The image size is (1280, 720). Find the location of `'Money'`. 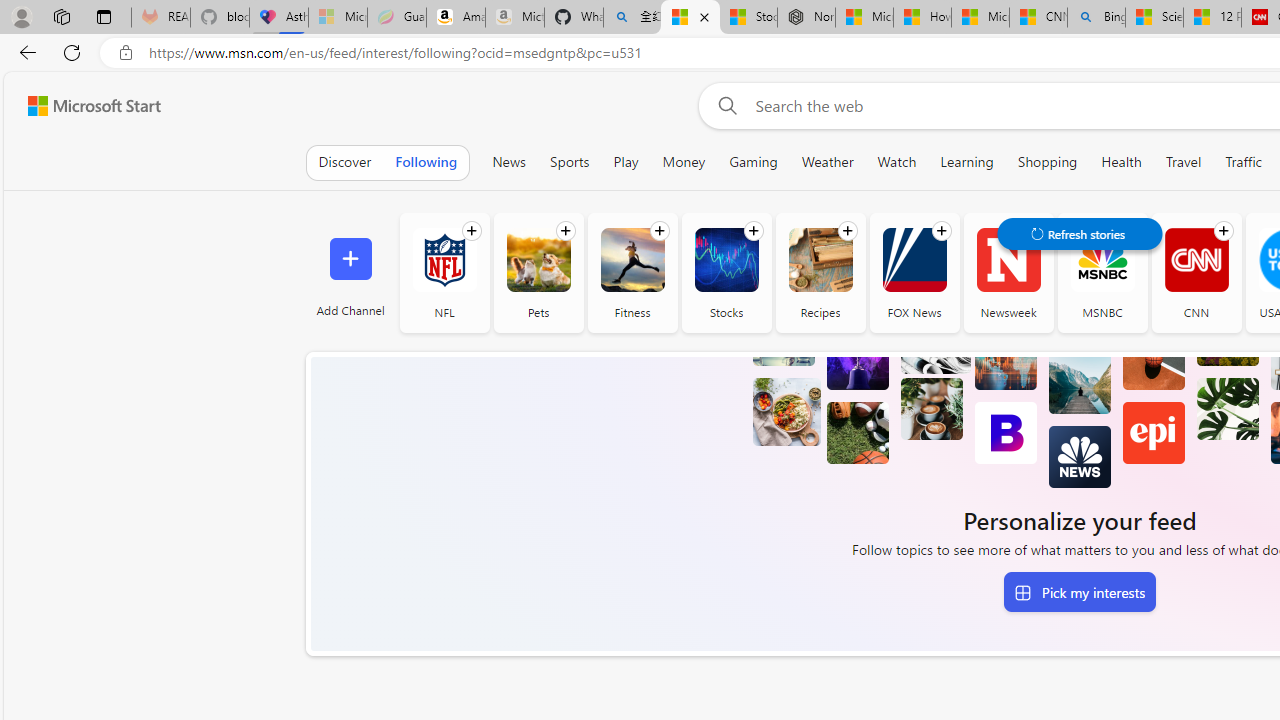

'Money' is located at coordinates (684, 161).